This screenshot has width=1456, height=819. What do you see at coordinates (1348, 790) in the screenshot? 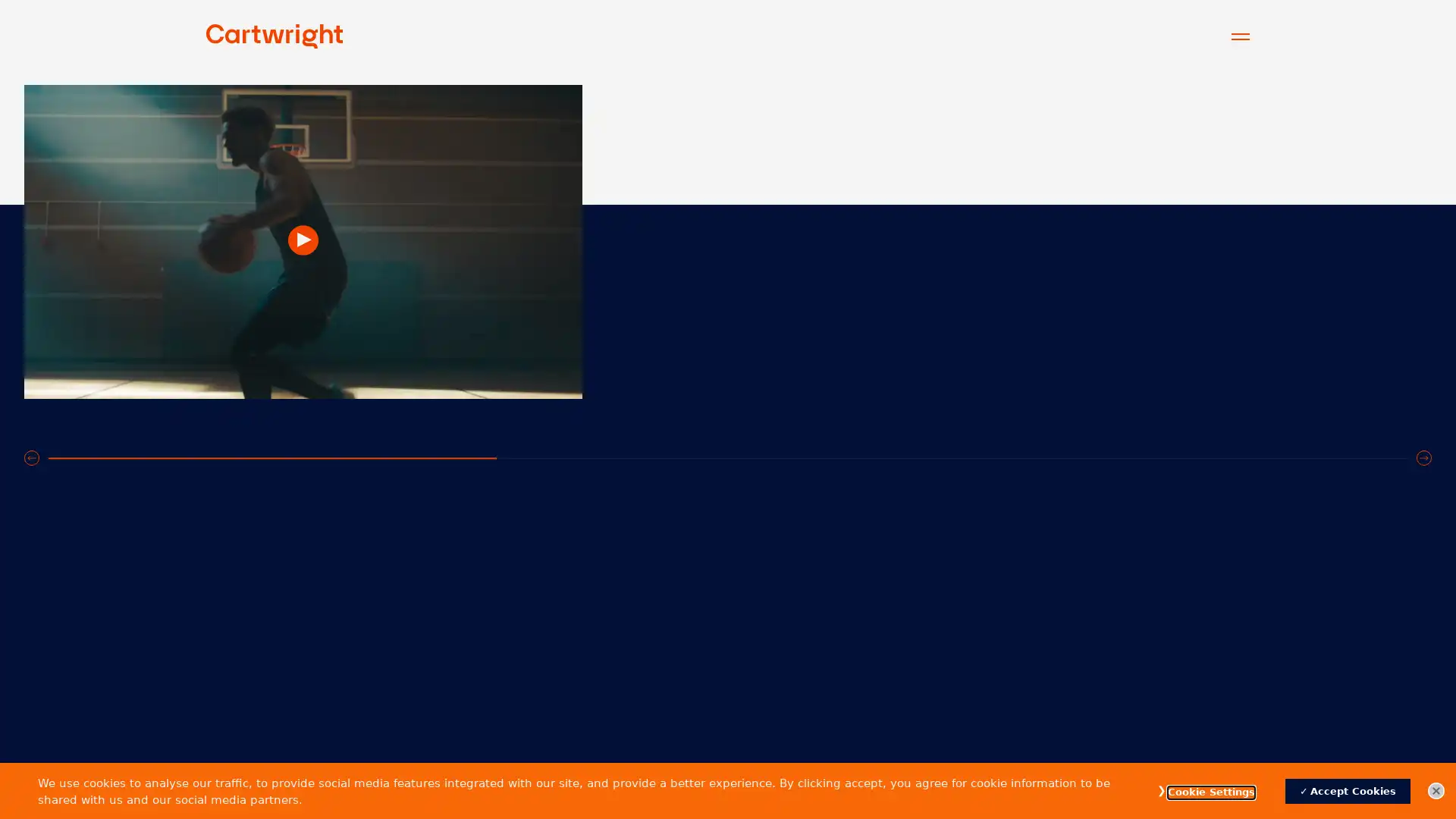
I see `Accept Cookies` at bounding box center [1348, 790].